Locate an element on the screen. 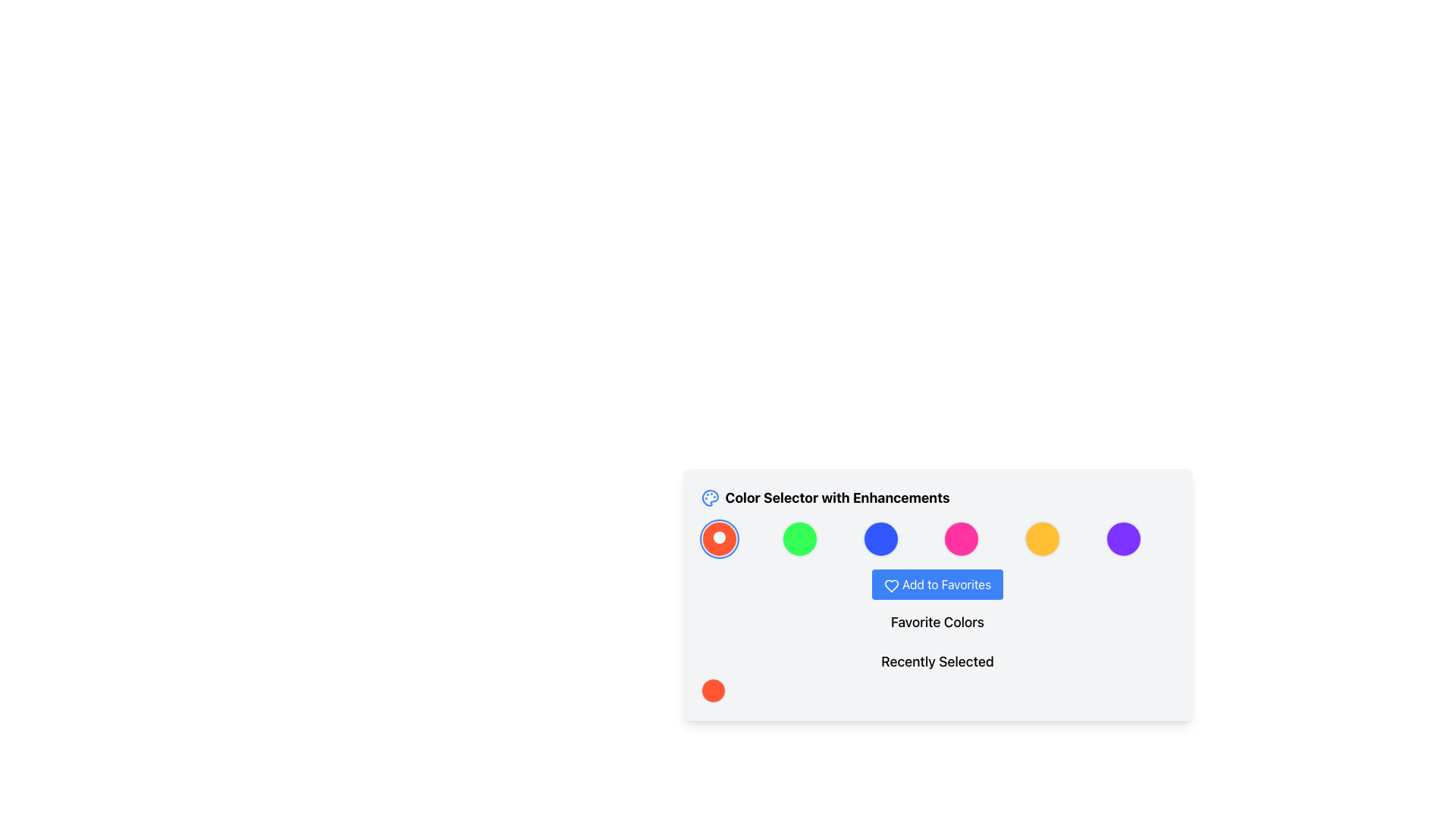 Image resolution: width=1456 pixels, height=819 pixels. the 'Add to Favorites' button, which has a blue background, white text, and a heart icon, located below the color selectors and above the text labels is located at coordinates (937, 595).